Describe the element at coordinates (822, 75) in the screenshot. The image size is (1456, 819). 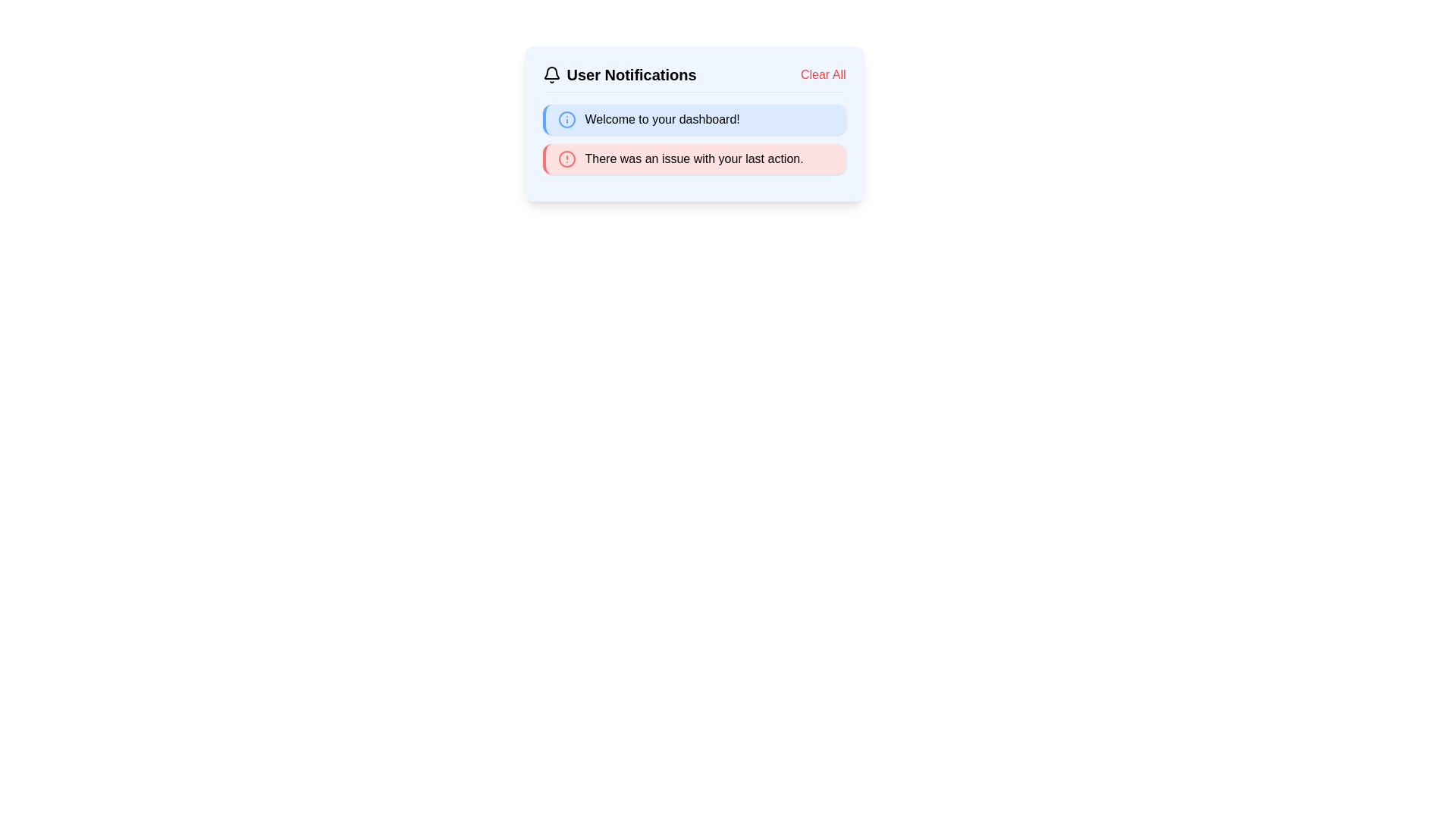
I see `the 'Clear All' button, which is styled in bold, red font and located in the top-right corner of the user notifications panel` at that location.